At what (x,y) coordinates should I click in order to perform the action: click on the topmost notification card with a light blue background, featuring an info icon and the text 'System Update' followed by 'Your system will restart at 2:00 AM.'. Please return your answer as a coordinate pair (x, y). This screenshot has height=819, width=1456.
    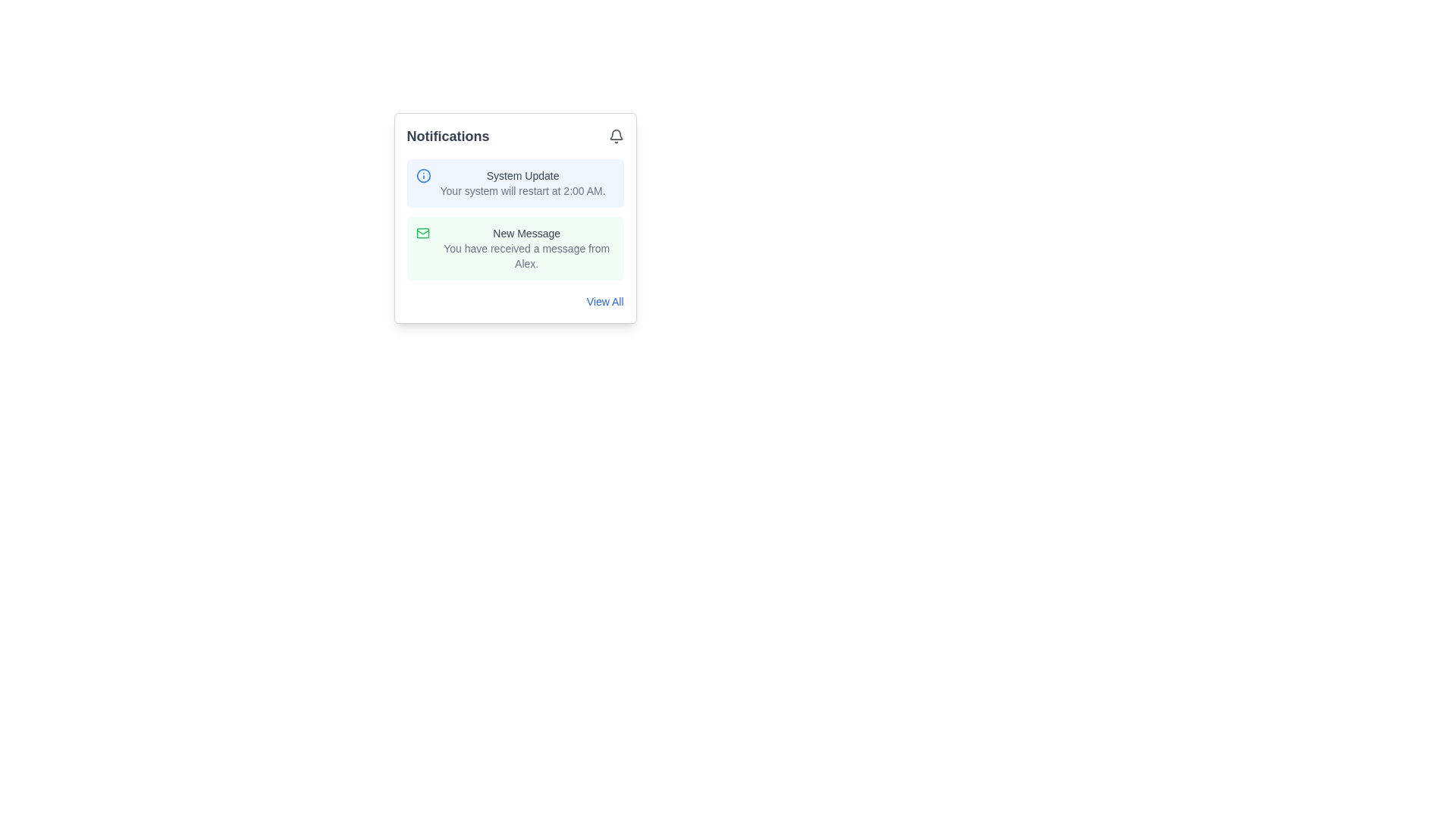
    Looking at the image, I should click on (515, 183).